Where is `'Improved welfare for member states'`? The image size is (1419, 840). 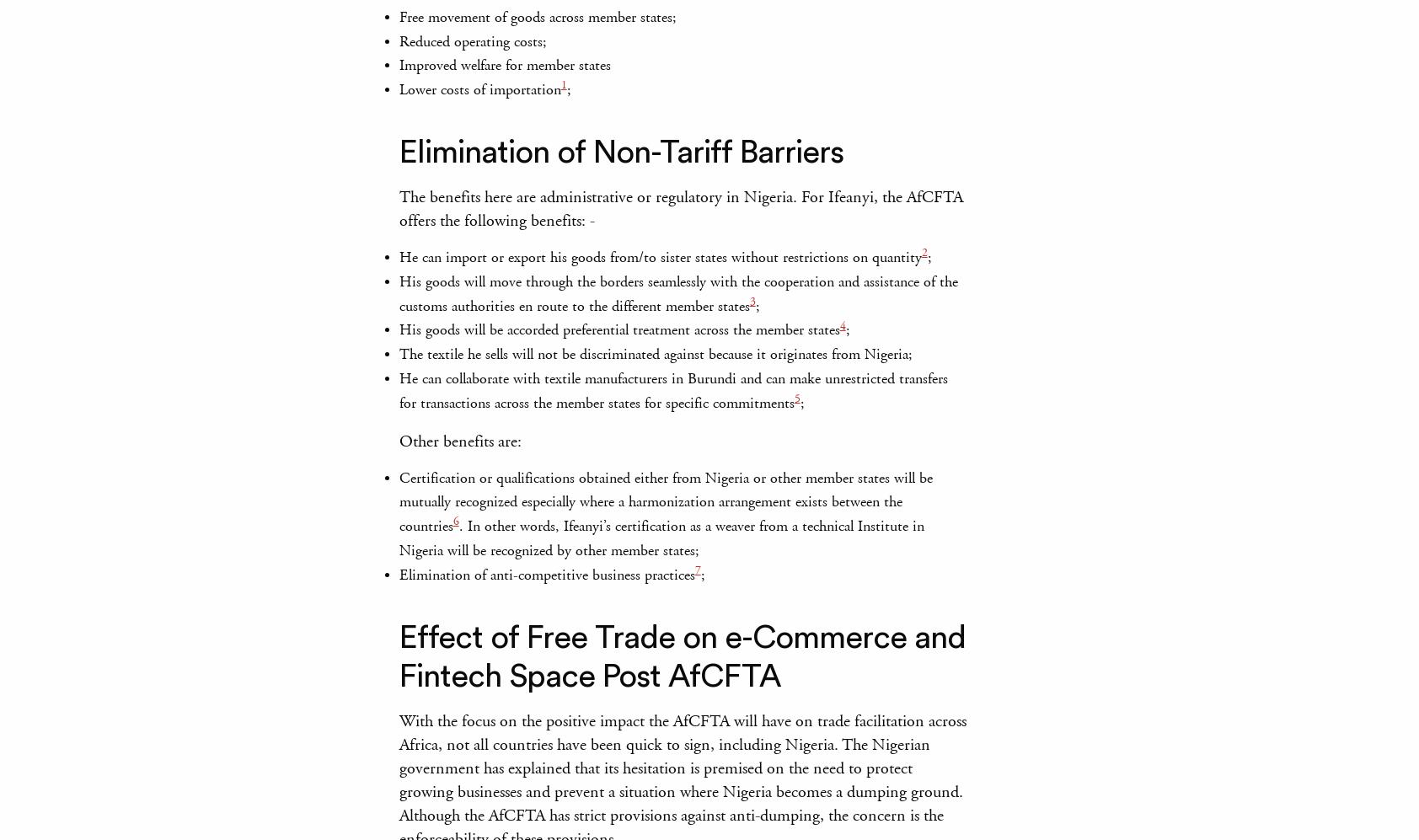 'Improved welfare for member states' is located at coordinates (503, 64).